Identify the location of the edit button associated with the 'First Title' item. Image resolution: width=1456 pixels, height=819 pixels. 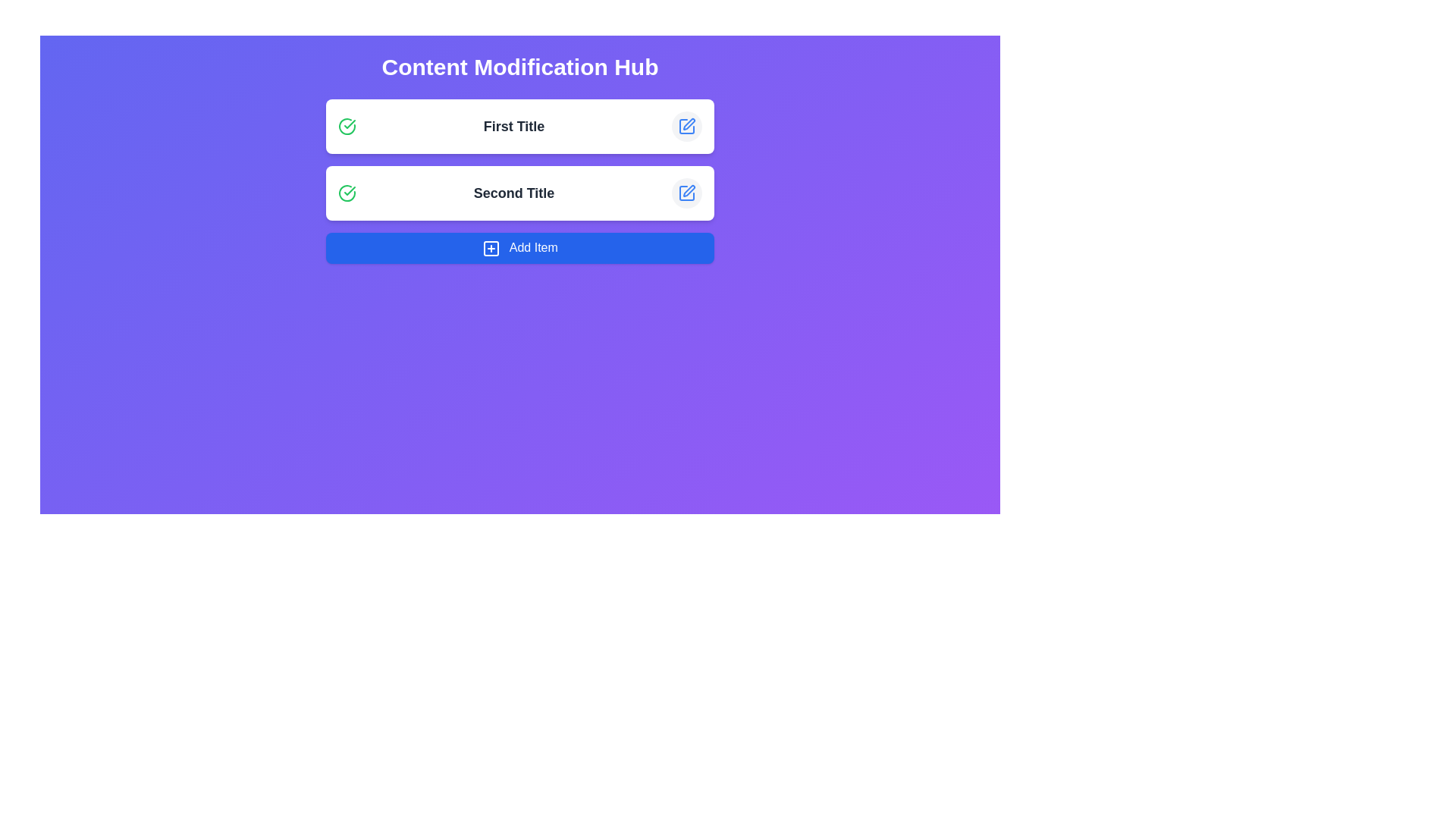
(686, 125).